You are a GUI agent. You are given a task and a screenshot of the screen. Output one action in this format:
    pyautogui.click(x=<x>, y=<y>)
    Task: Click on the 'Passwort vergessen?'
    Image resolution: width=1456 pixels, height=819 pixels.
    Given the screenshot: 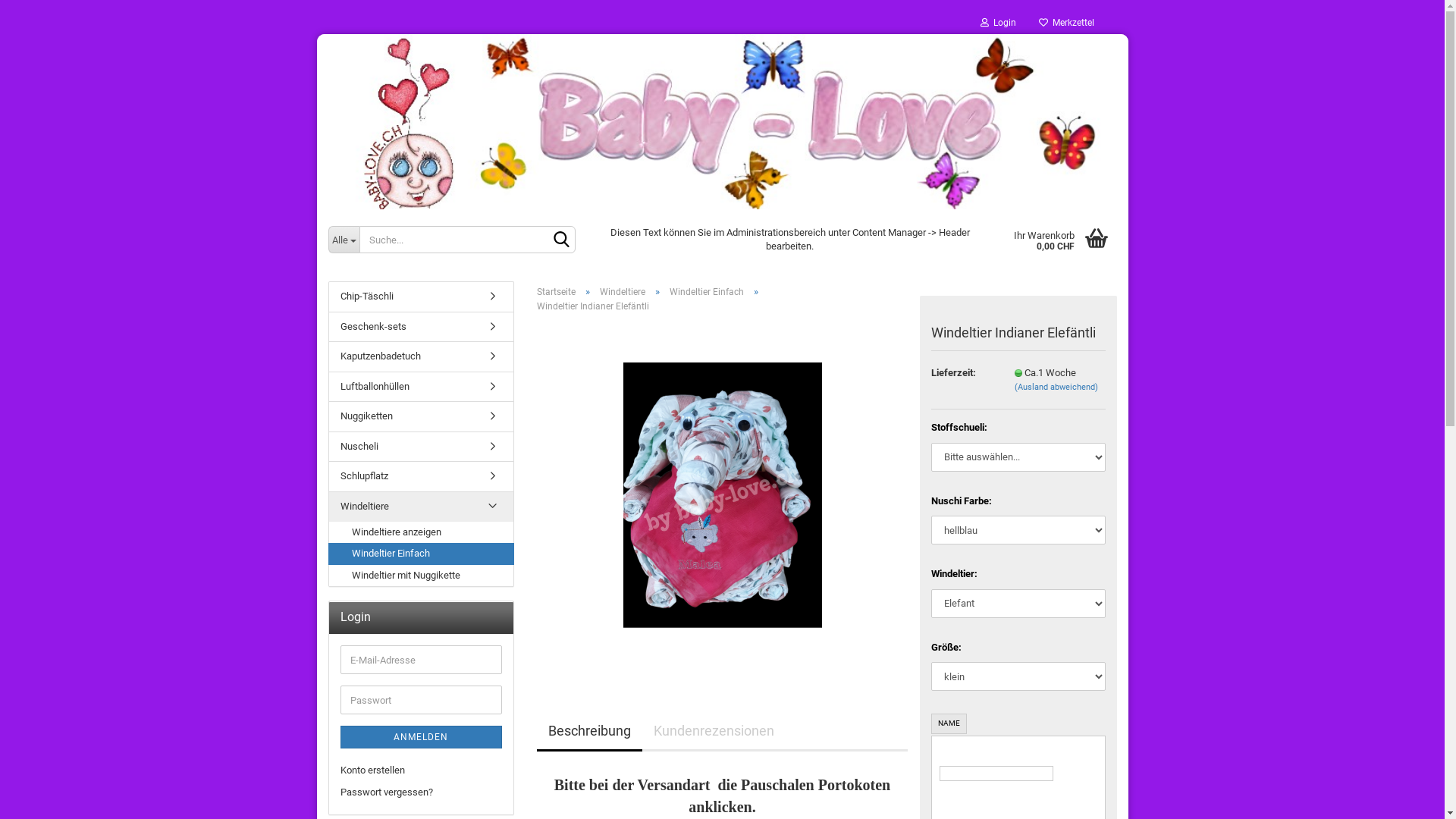 What is the action you would take?
    pyautogui.click(x=420, y=792)
    